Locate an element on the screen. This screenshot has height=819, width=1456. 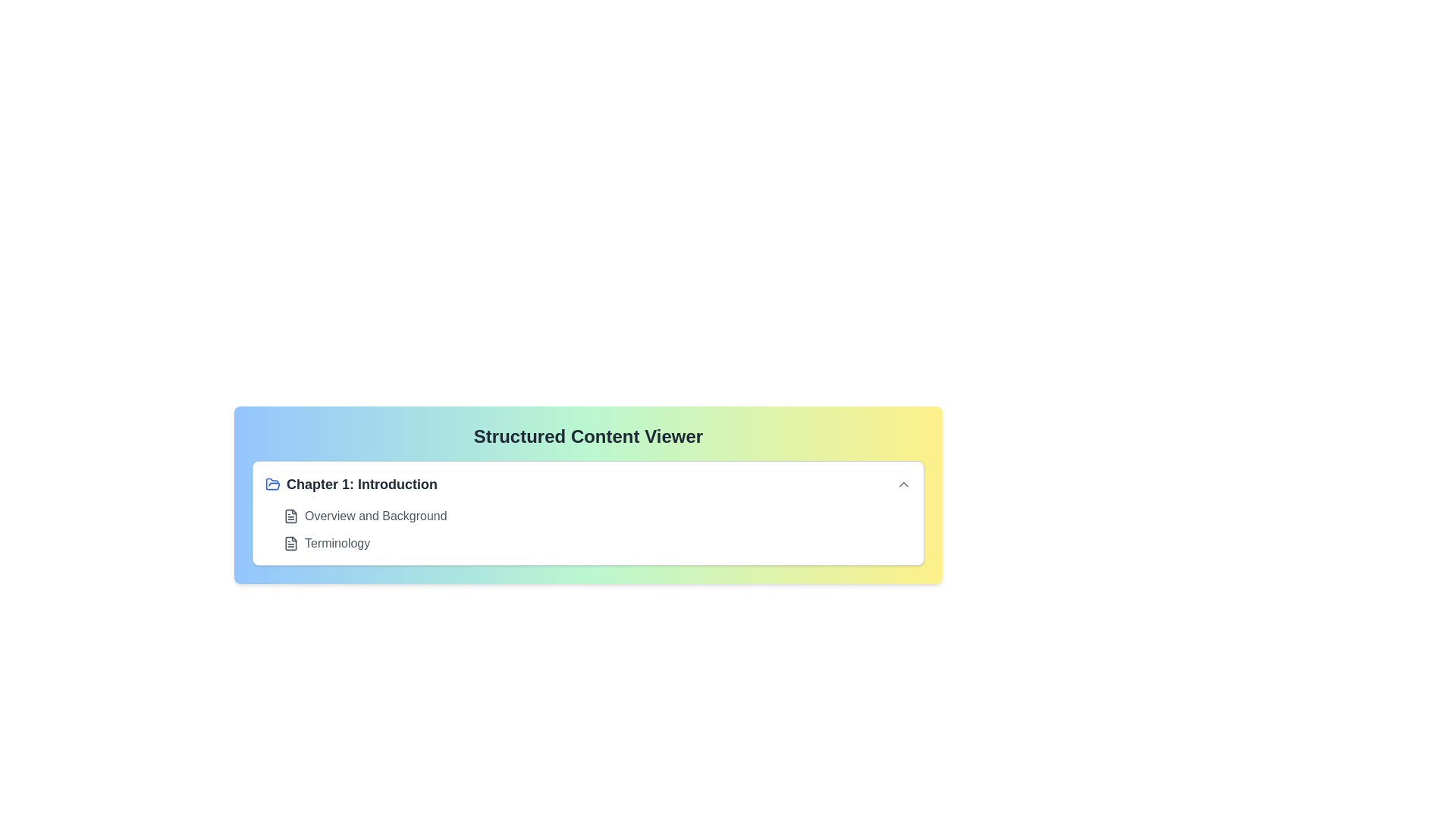
the icon representing the document 'Overview and Background', located at the leftmost side of the row containing the text in the first chapter of the structured content viewer is located at coordinates (291, 516).